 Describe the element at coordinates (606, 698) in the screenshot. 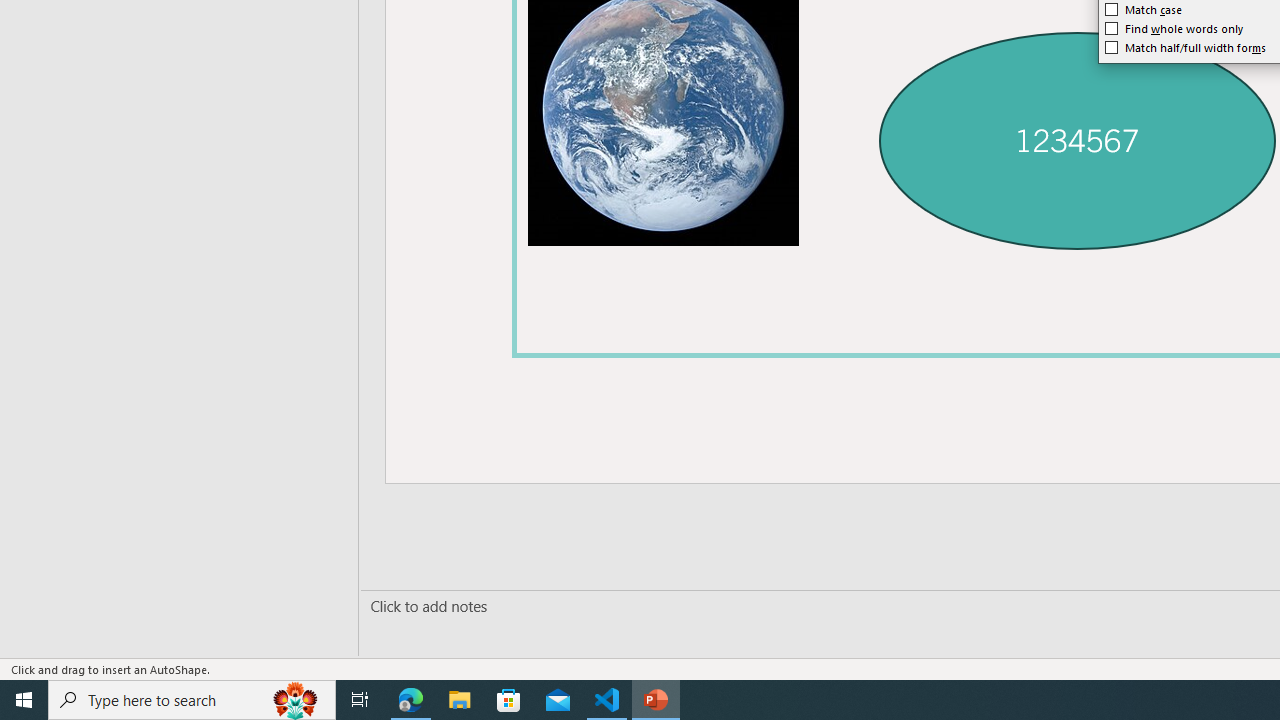

I see `'Visual Studio Code - 1 running window'` at that location.